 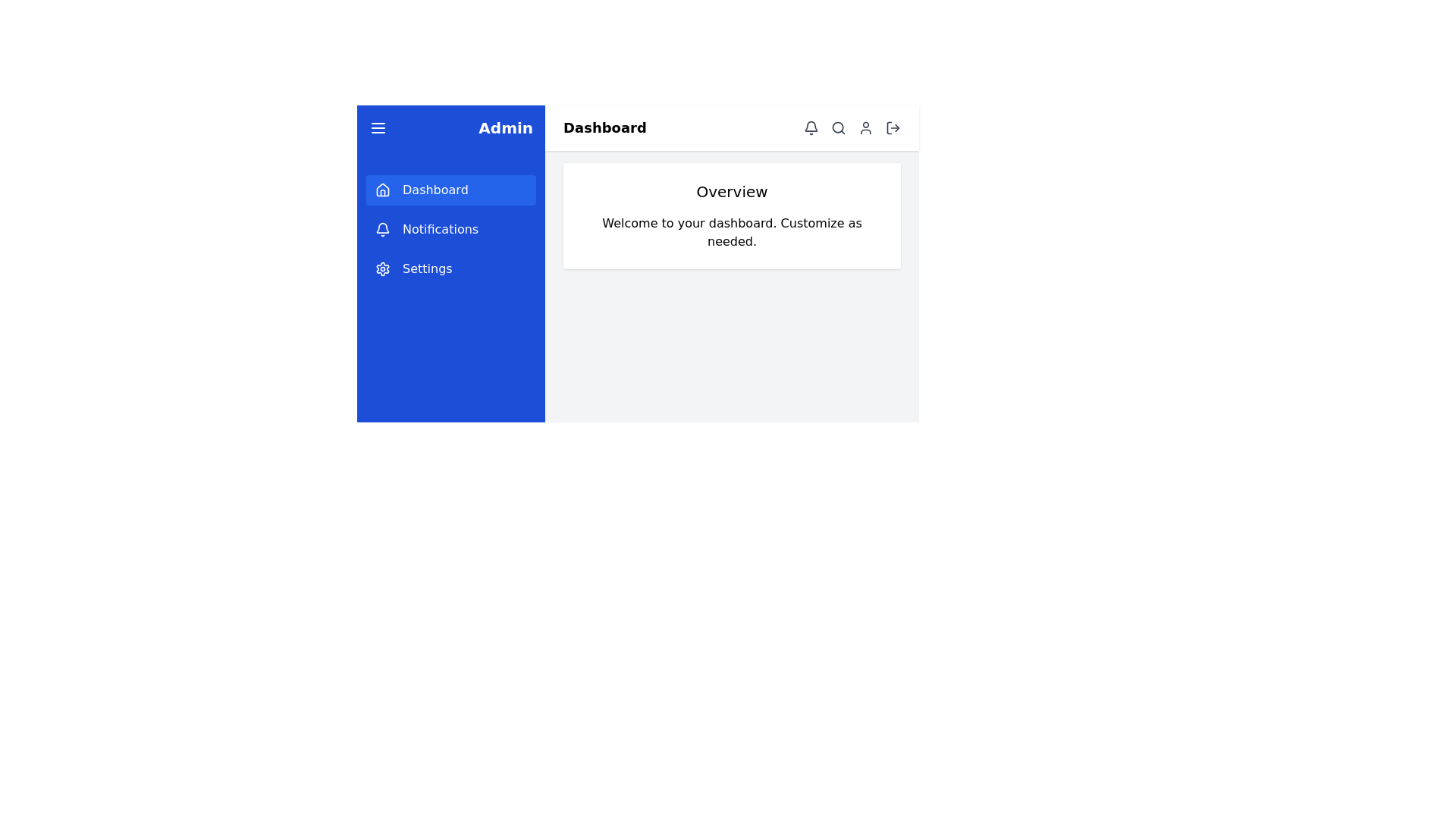 What do you see at coordinates (837, 127) in the screenshot?
I see `the circular component of the search icon located in the top-right header section of the interface` at bounding box center [837, 127].